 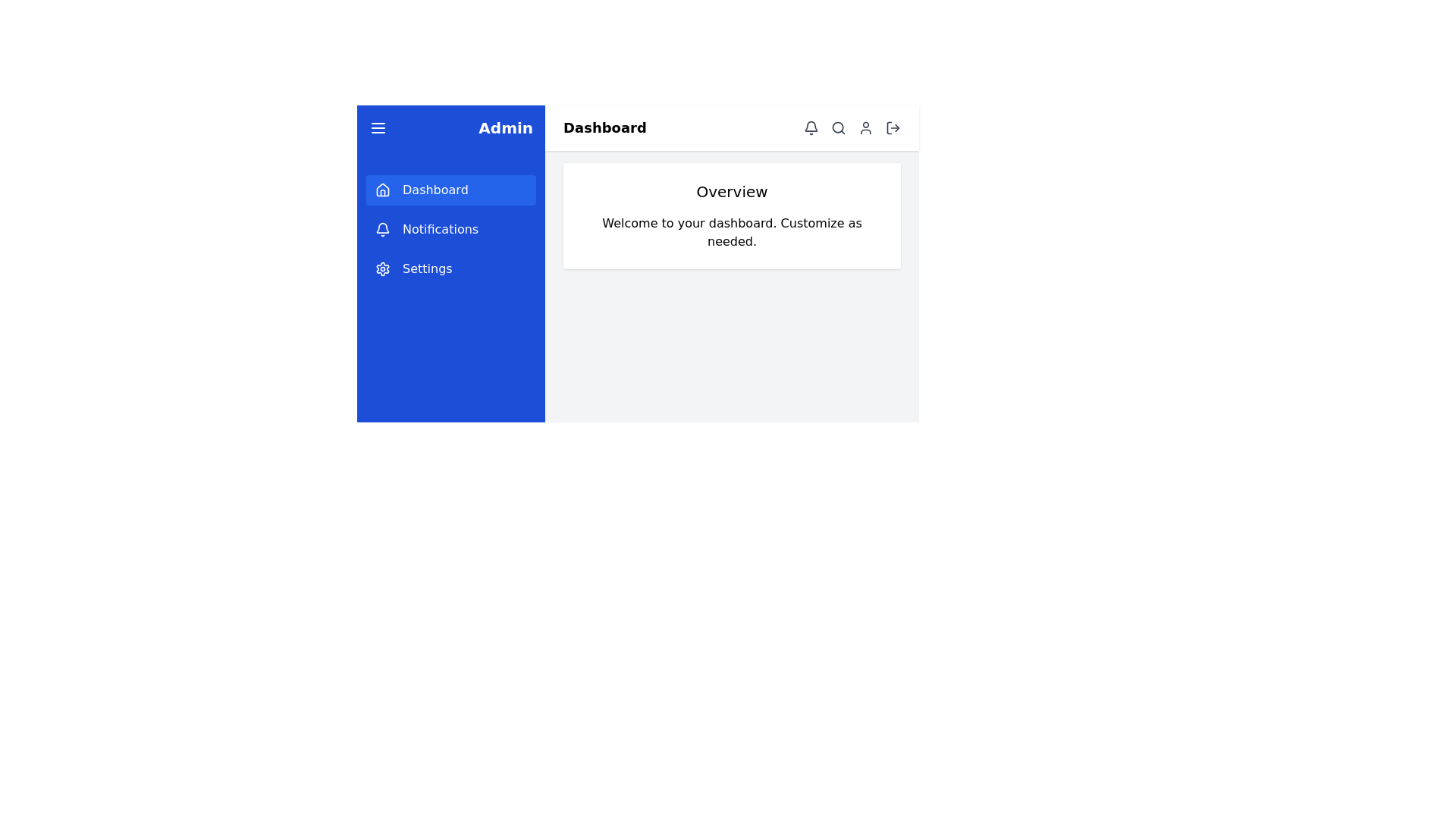 What do you see at coordinates (837, 127) in the screenshot?
I see `the circular component of the search icon located in the top-right header section of the interface` at bounding box center [837, 127].